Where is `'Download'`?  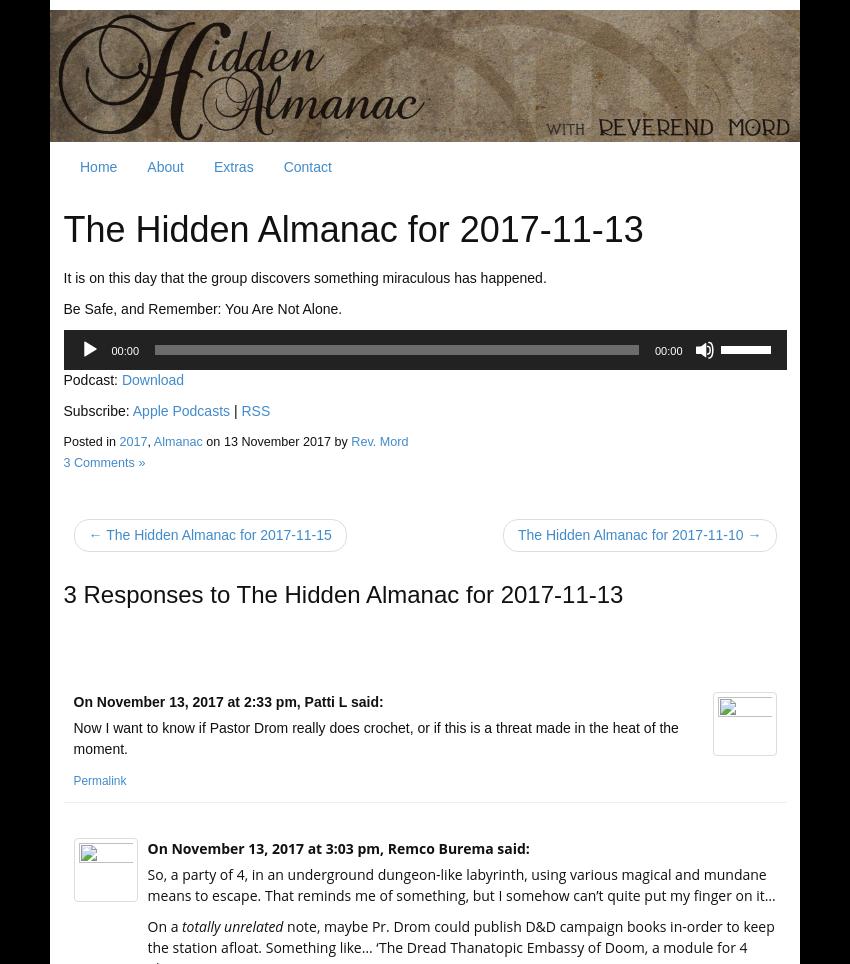
'Download' is located at coordinates (152, 379).